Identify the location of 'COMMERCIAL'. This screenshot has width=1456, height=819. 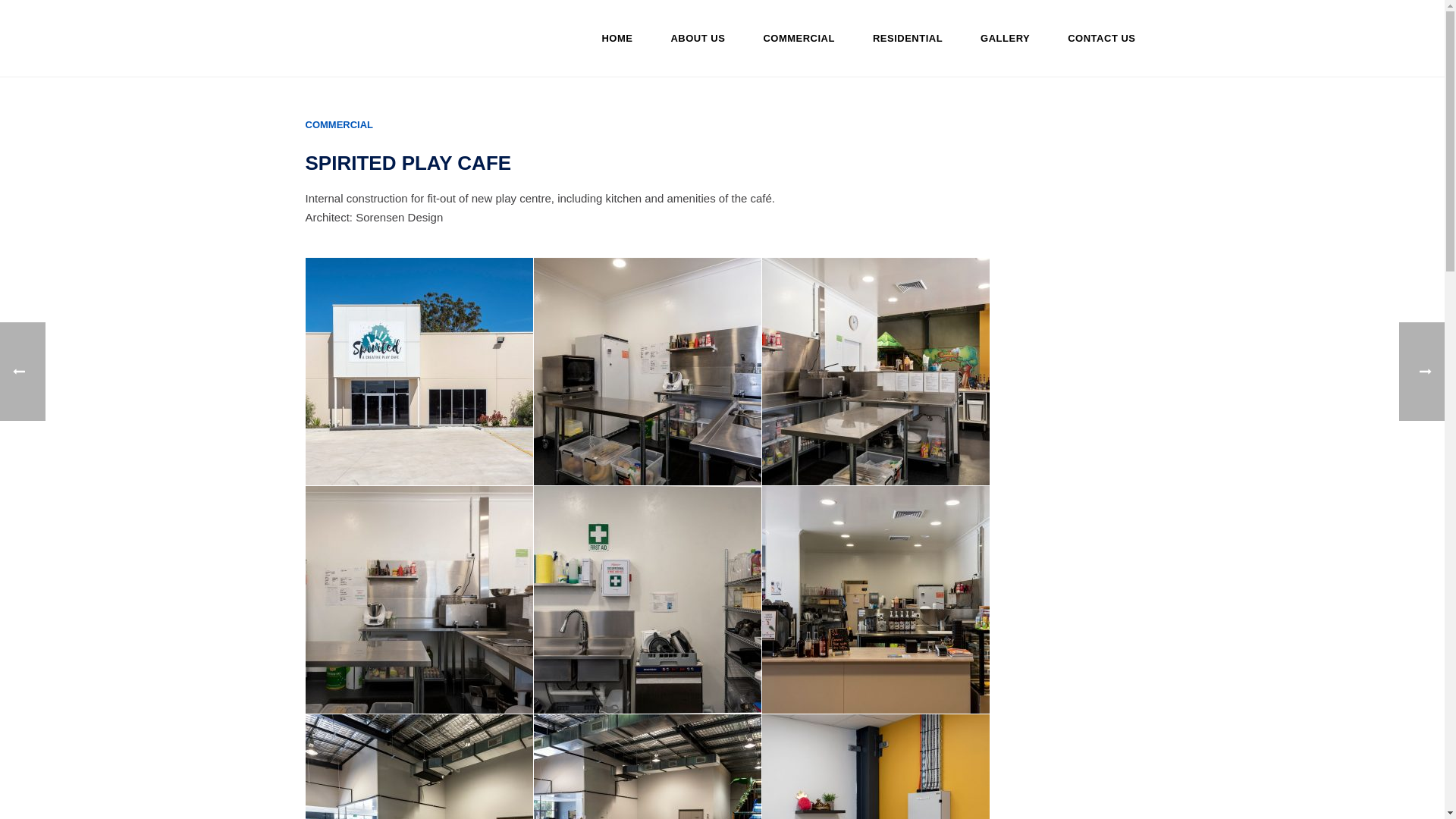
(798, 37).